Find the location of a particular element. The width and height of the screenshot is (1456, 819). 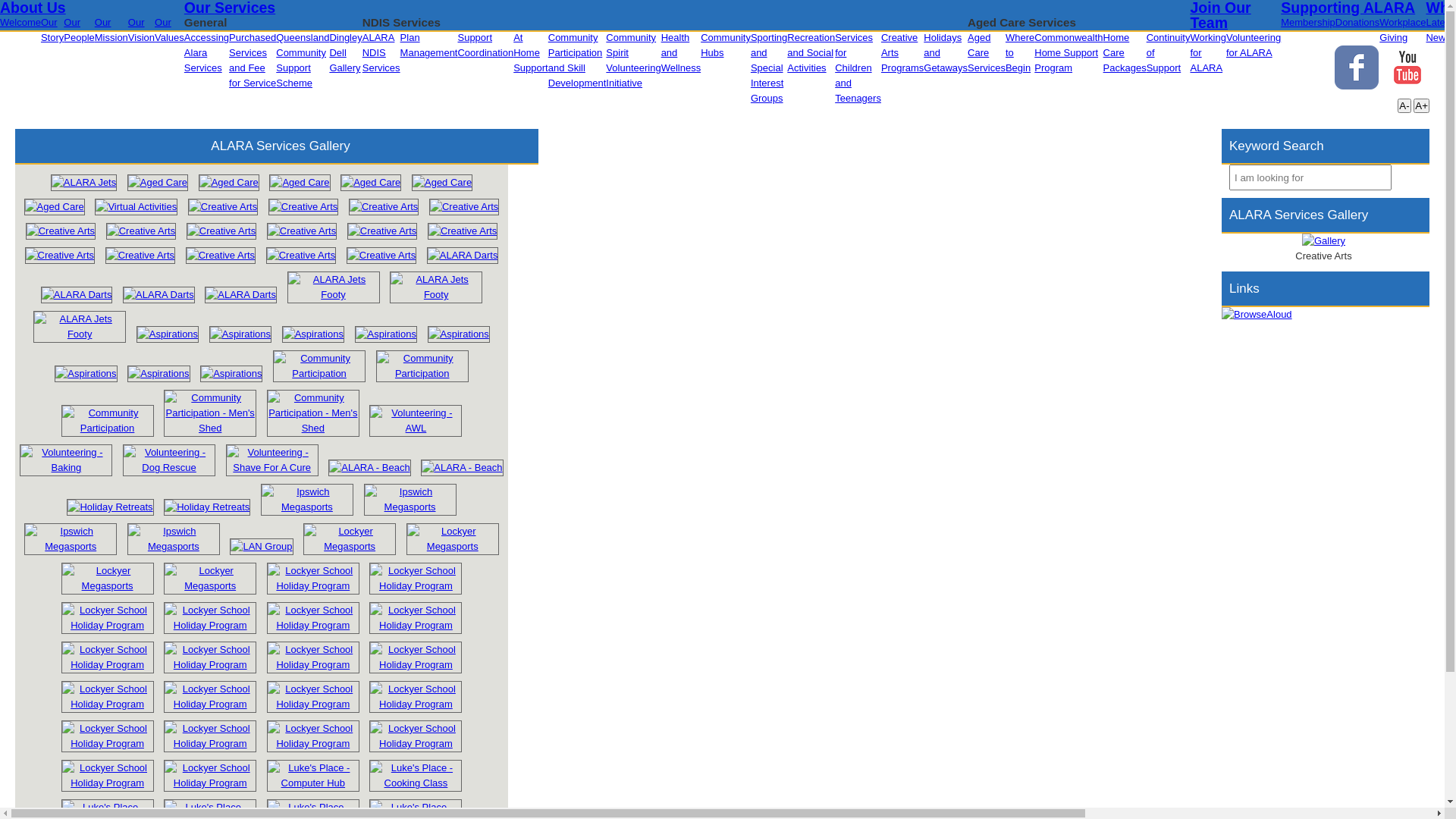

'Luke's Place - Cooking Class' is located at coordinates (415, 775).